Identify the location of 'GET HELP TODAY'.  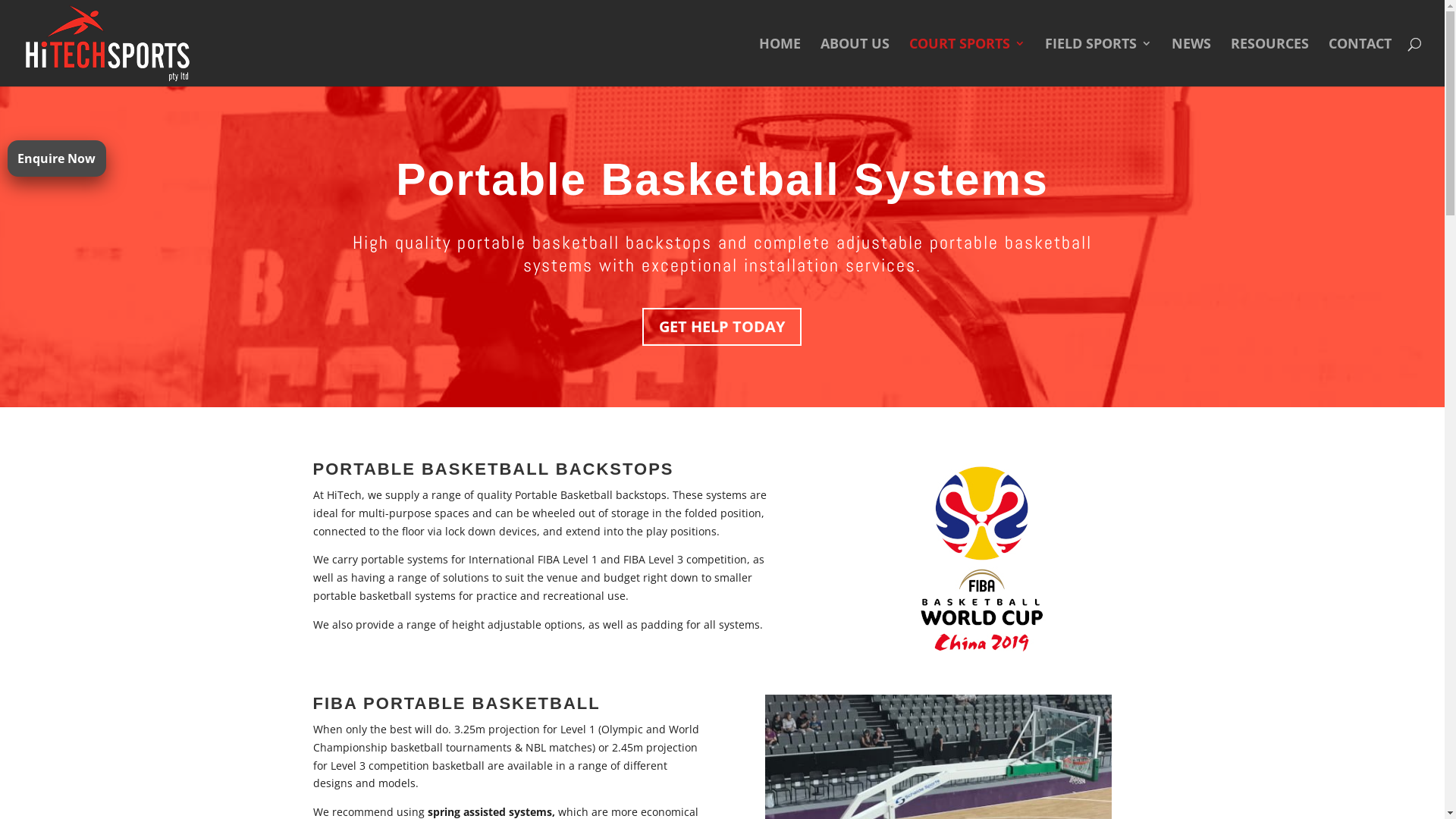
(720, 326).